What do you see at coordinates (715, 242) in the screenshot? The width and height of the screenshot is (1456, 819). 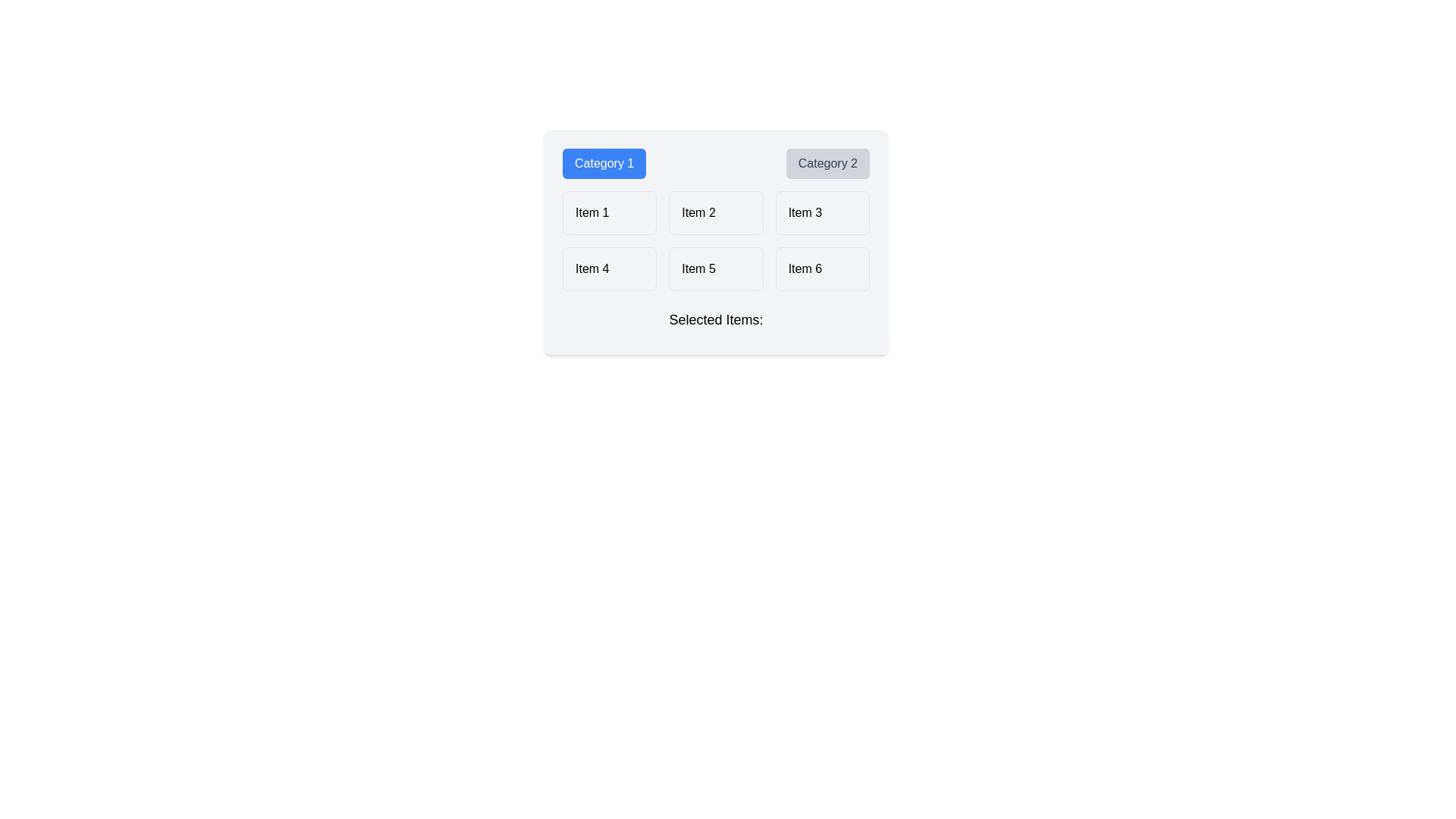 I see `text within the composite component that includes buttons labeled 'Category 1' and 'Category 2', along with grid items and the 'Selected Items:' text for reading` at bounding box center [715, 242].